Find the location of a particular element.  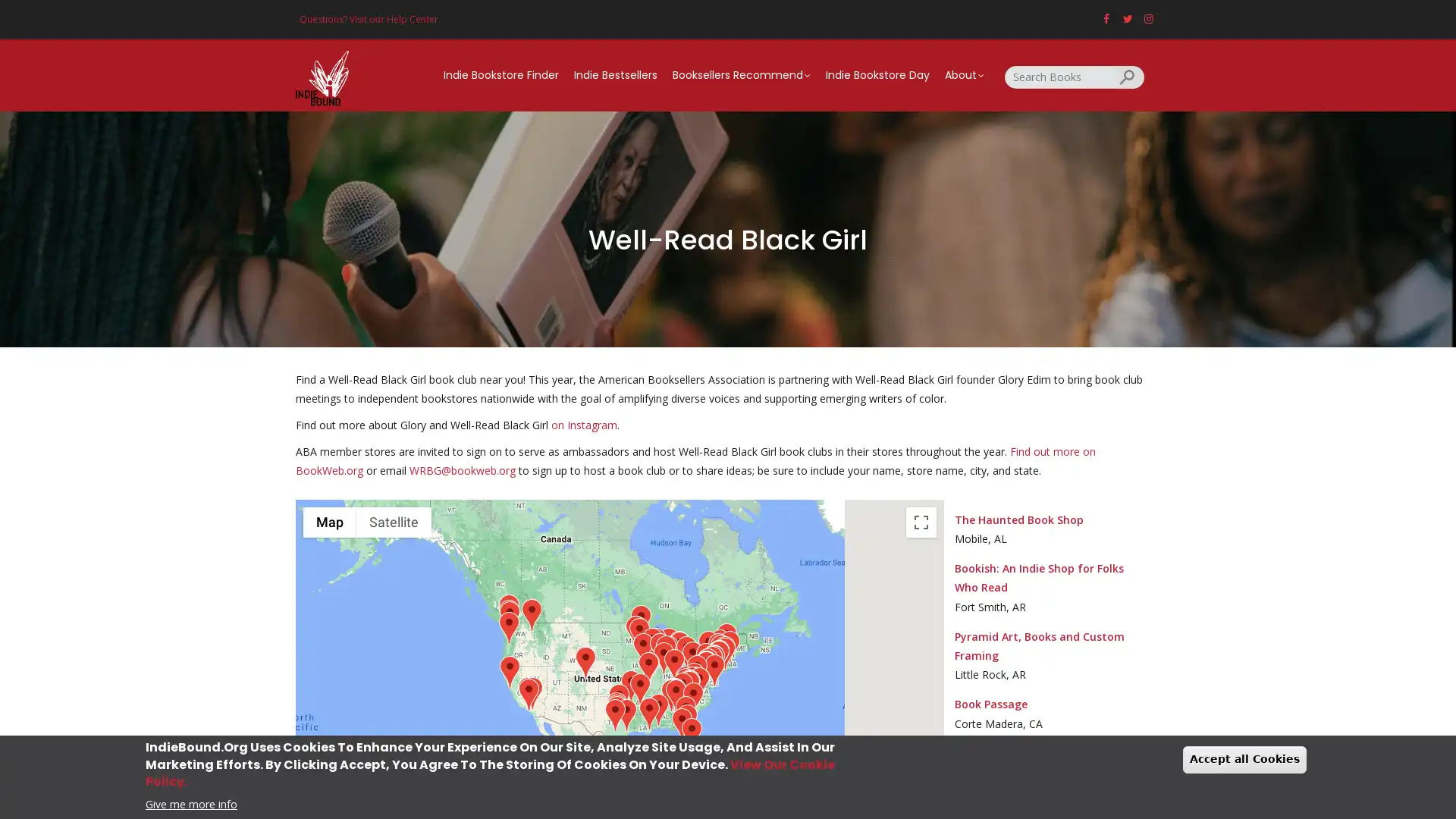

Quail Ridge Books is located at coordinates (698, 682).